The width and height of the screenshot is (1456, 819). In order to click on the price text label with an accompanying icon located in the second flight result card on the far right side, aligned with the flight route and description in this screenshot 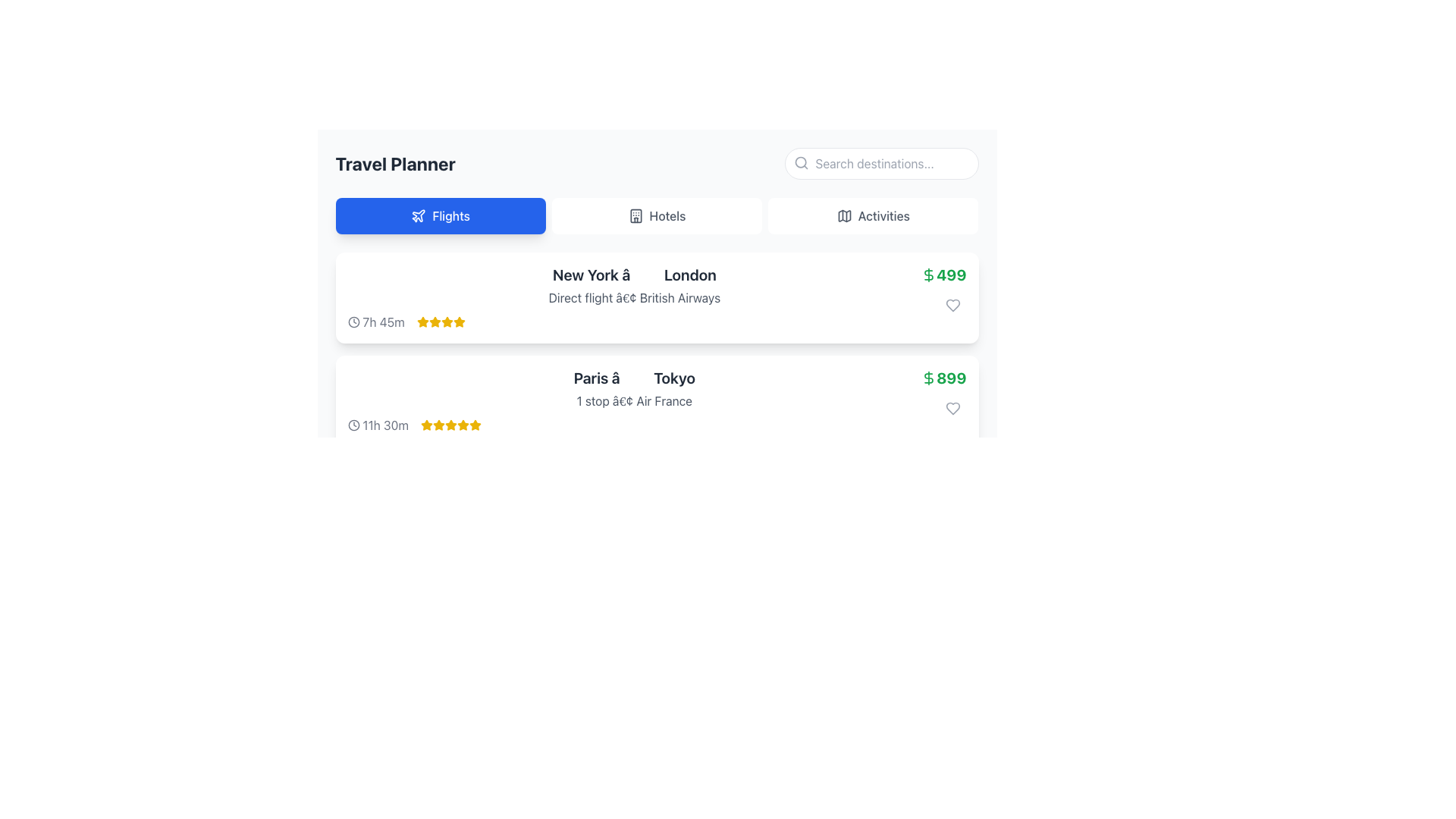, I will do `click(943, 377)`.